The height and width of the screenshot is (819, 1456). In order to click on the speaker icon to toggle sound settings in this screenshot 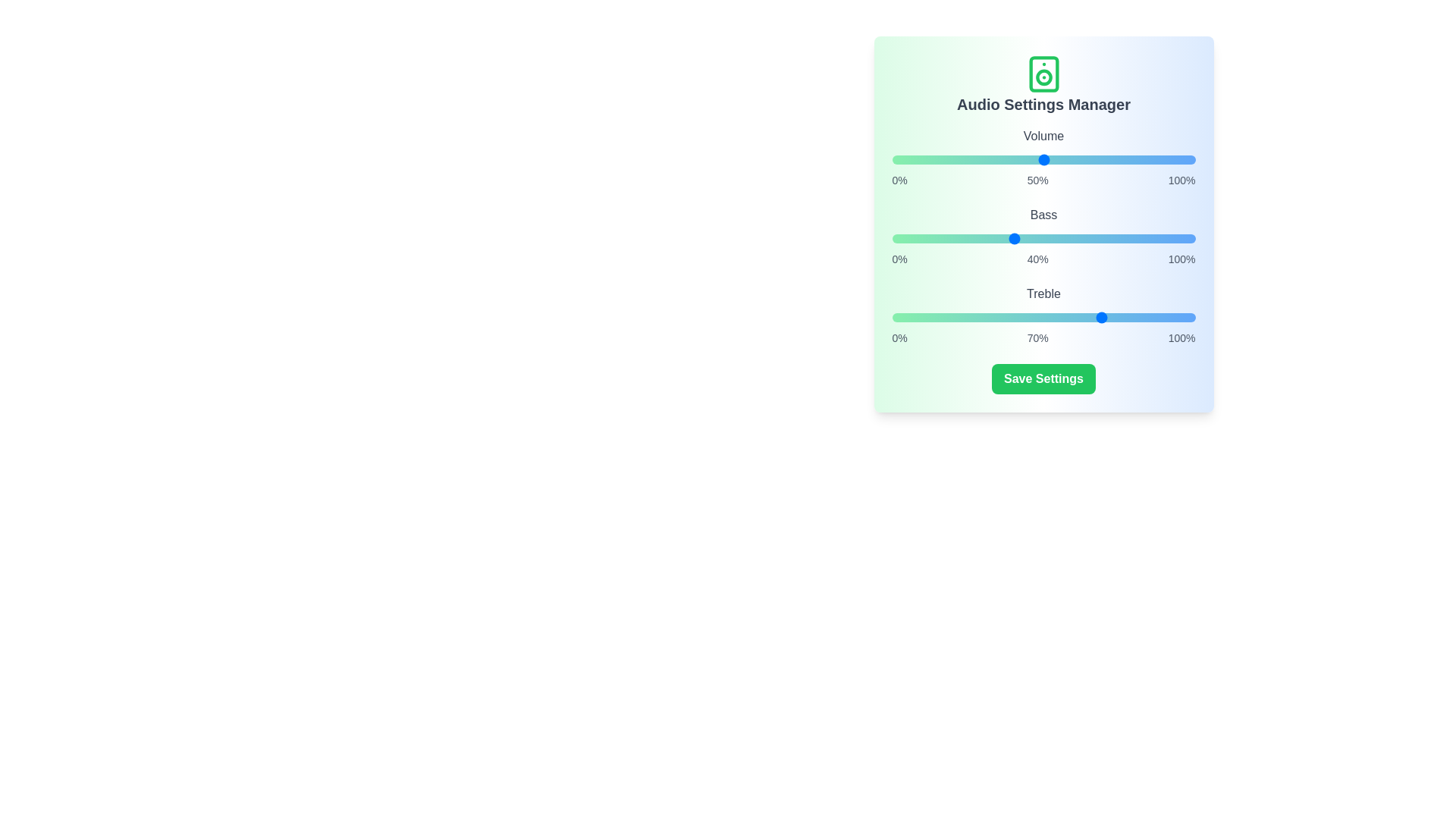, I will do `click(1043, 74)`.